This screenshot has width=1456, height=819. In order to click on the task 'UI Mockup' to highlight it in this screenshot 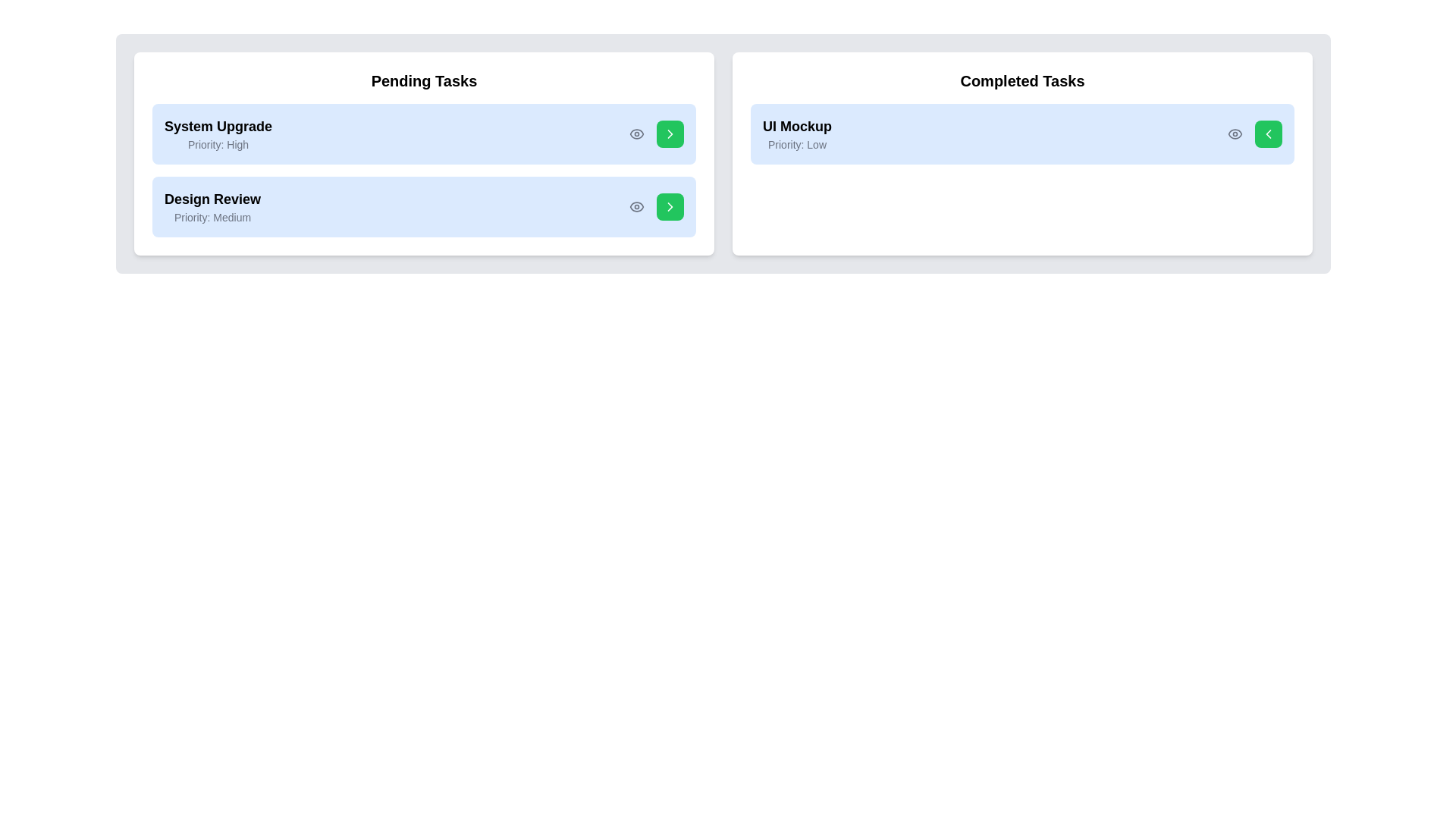, I will do `click(1022, 133)`.